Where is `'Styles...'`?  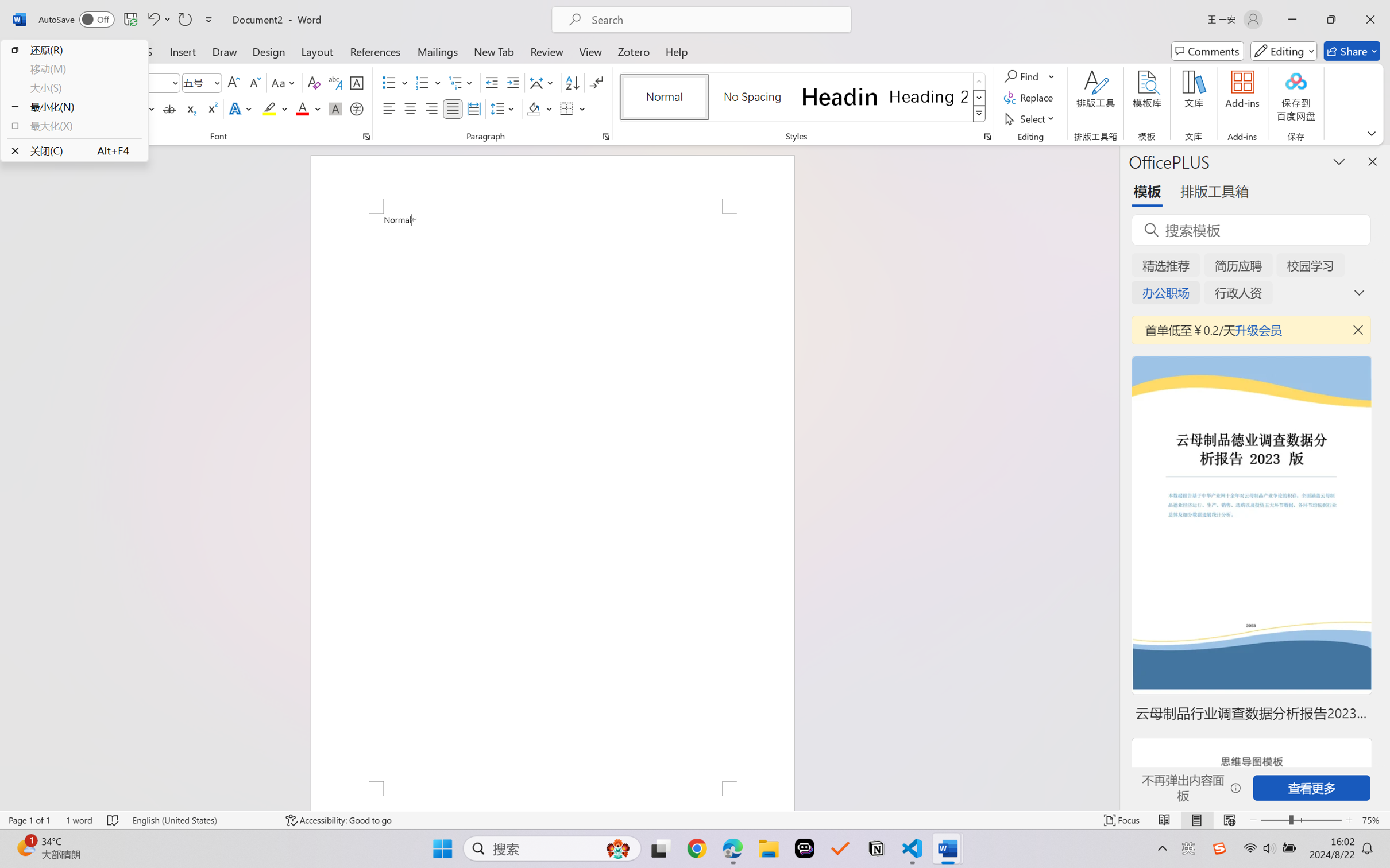 'Styles...' is located at coordinates (987, 136).